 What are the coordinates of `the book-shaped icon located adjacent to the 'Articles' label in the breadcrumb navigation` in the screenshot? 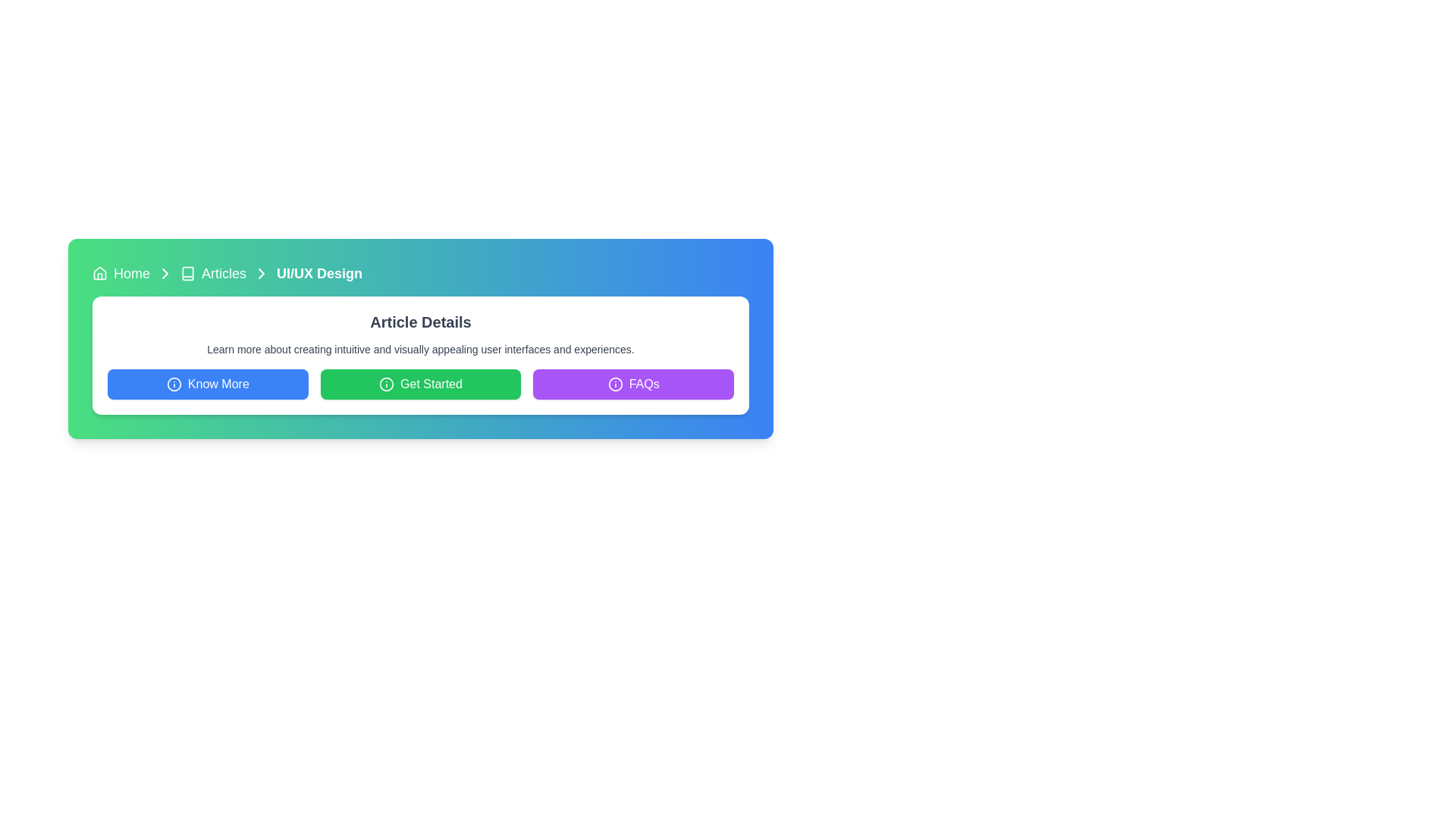 It's located at (187, 274).